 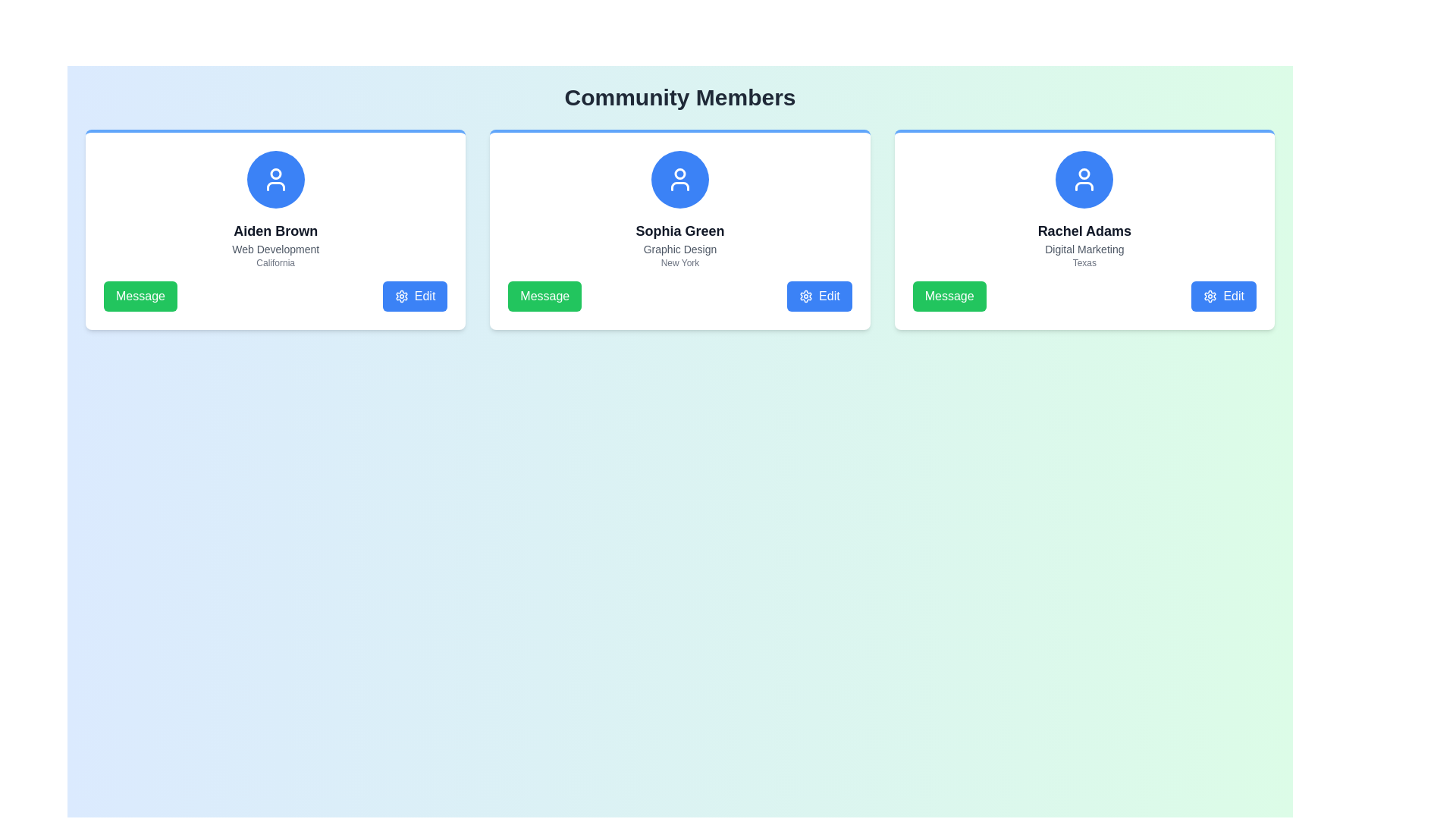 What do you see at coordinates (275, 173) in the screenshot?
I see `the graphical circular head icon located at the top-center of the user icon section within the blue circular area of the 'Aiden Brown' card` at bounding box center [275, 173].